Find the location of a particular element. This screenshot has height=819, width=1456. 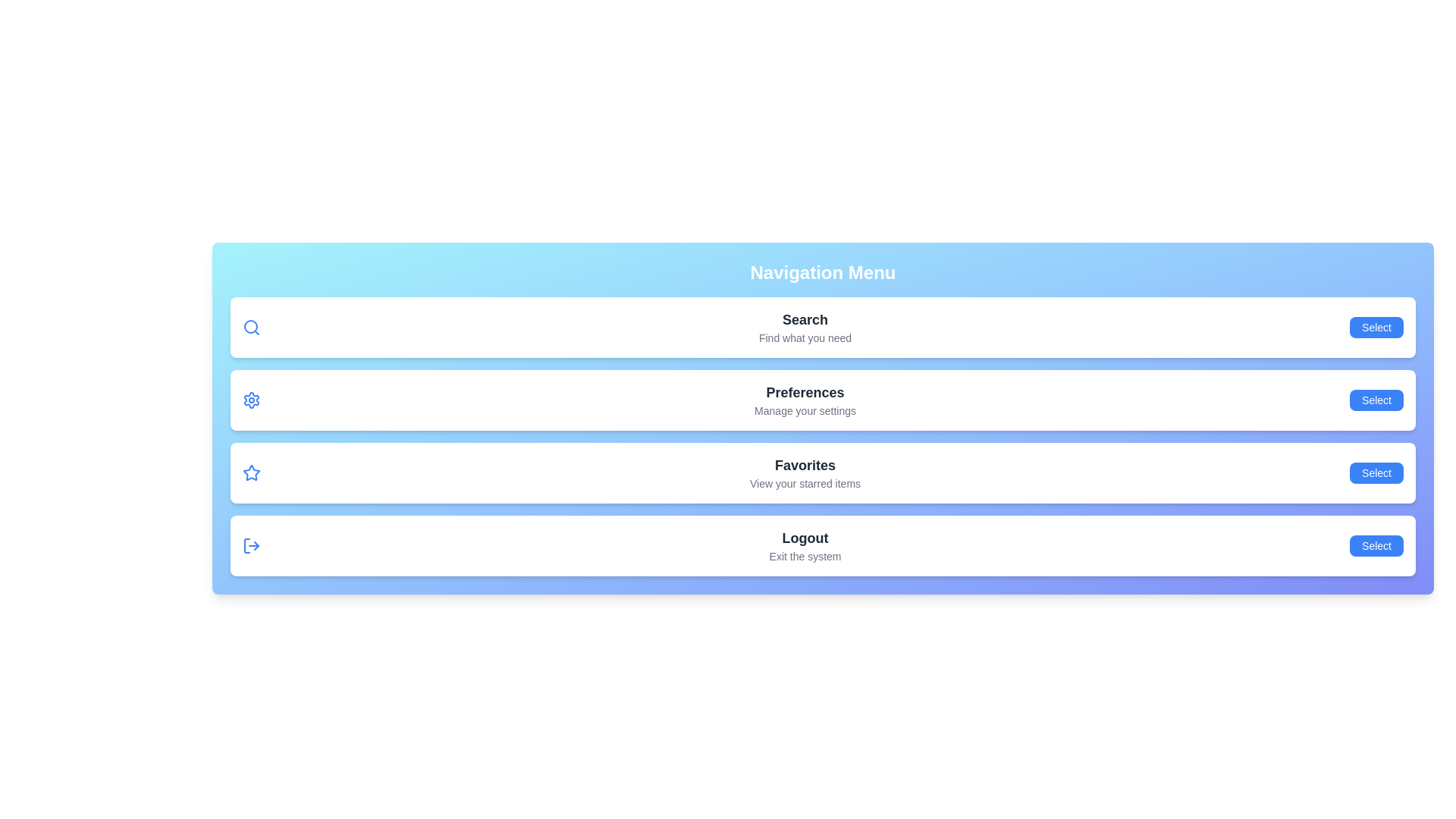

the navigation item Search is located at coordinates (1376, 327).